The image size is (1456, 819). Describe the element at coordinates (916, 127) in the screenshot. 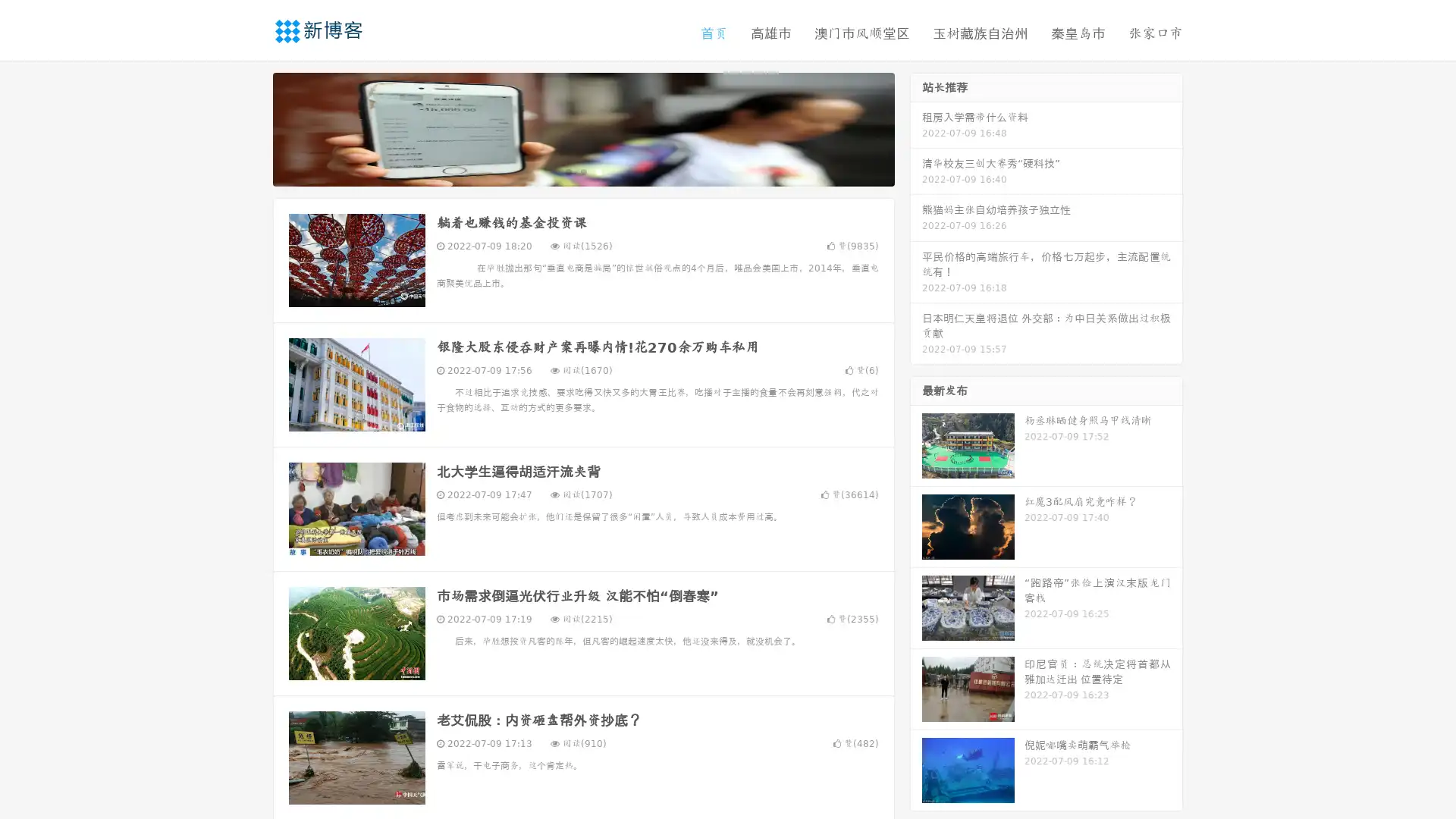

I see `Next slide` at that location.